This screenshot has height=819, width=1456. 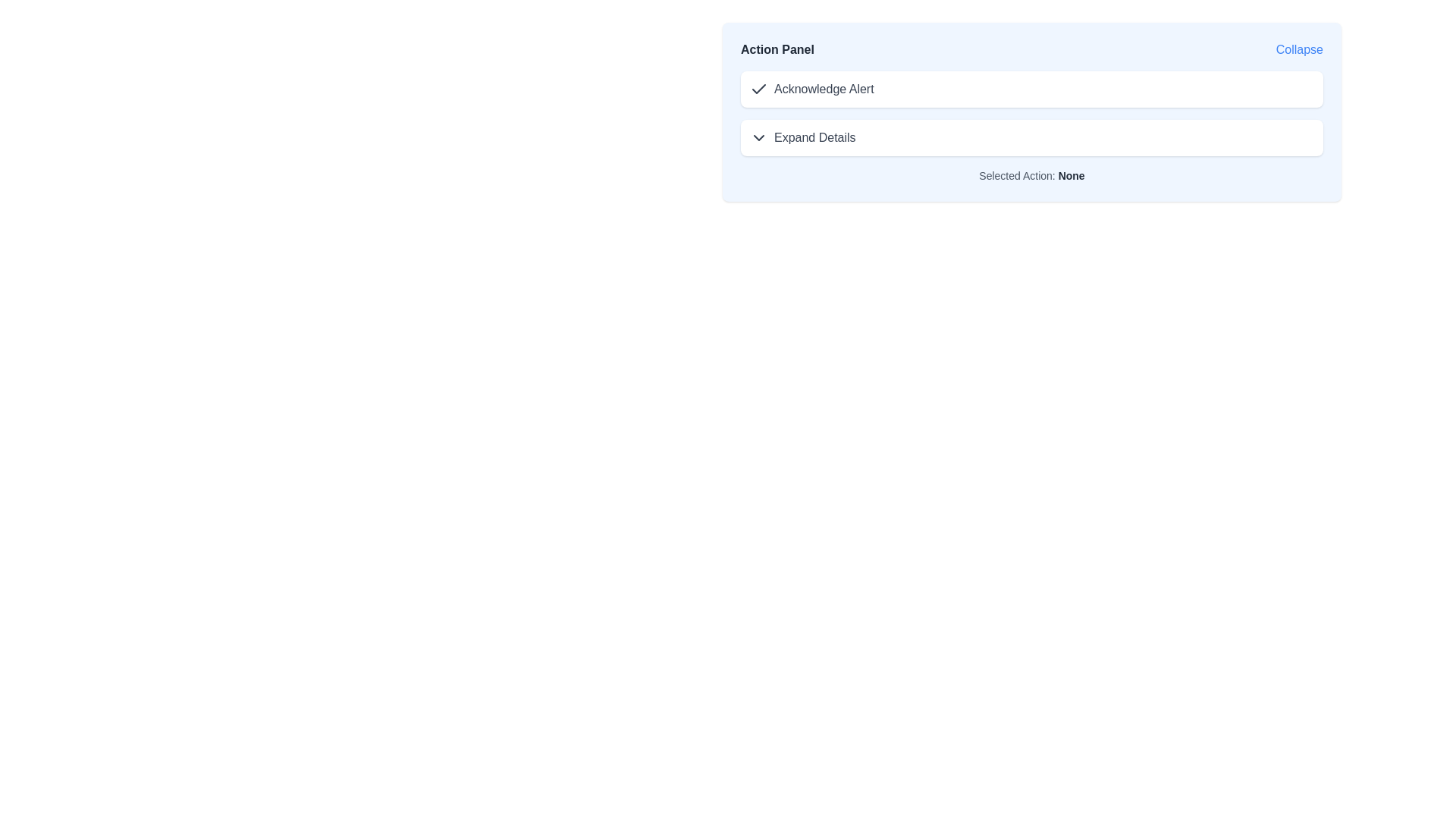 What do you see at coordinates (1298, 49) in the screenshot?
I see `the 'Collapse' hyperlink located at the top-right corner of the 'Action Panel'` at bounding box center [1298, 49].